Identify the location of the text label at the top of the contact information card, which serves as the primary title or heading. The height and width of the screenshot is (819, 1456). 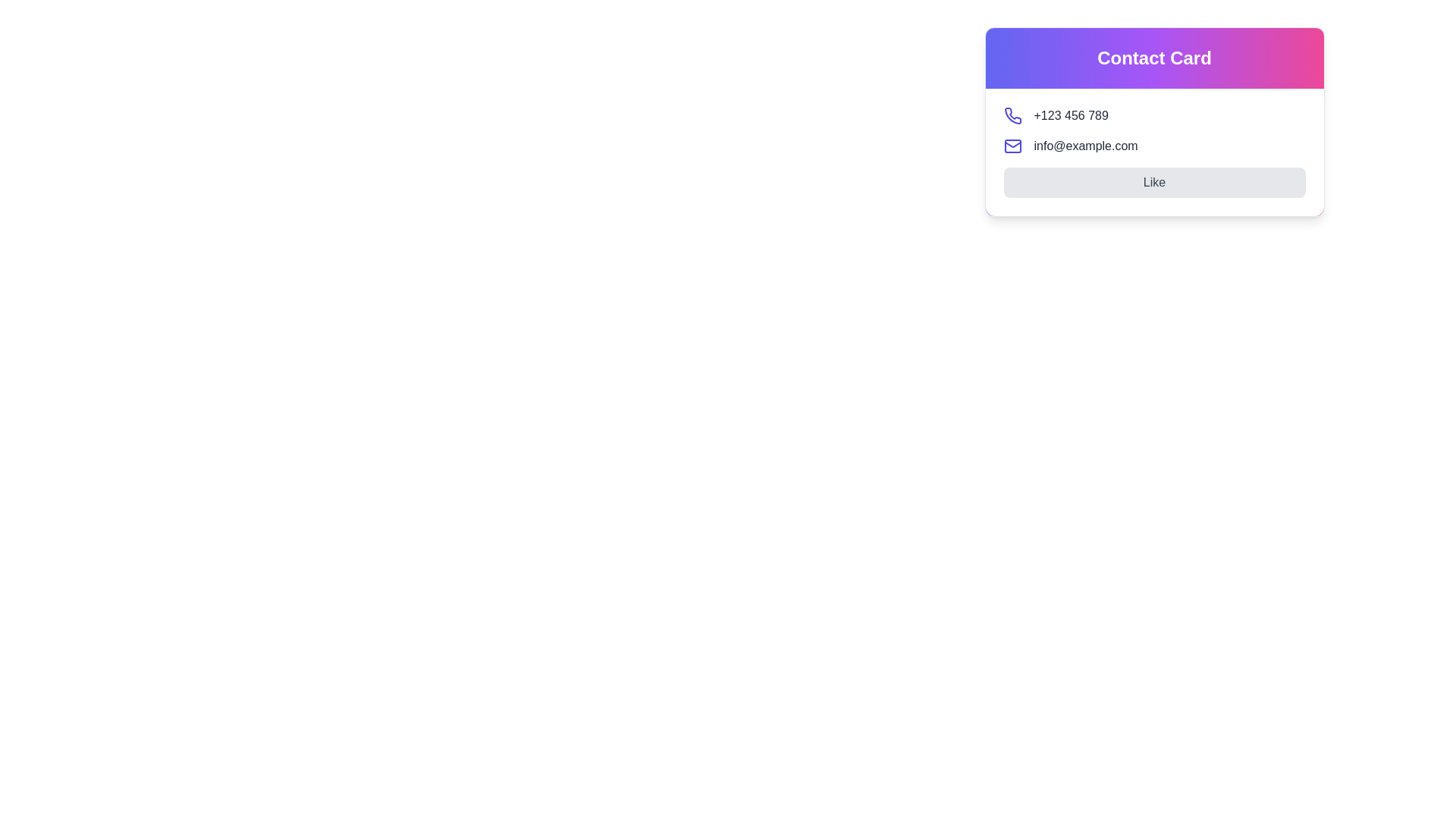
(1153, 58).